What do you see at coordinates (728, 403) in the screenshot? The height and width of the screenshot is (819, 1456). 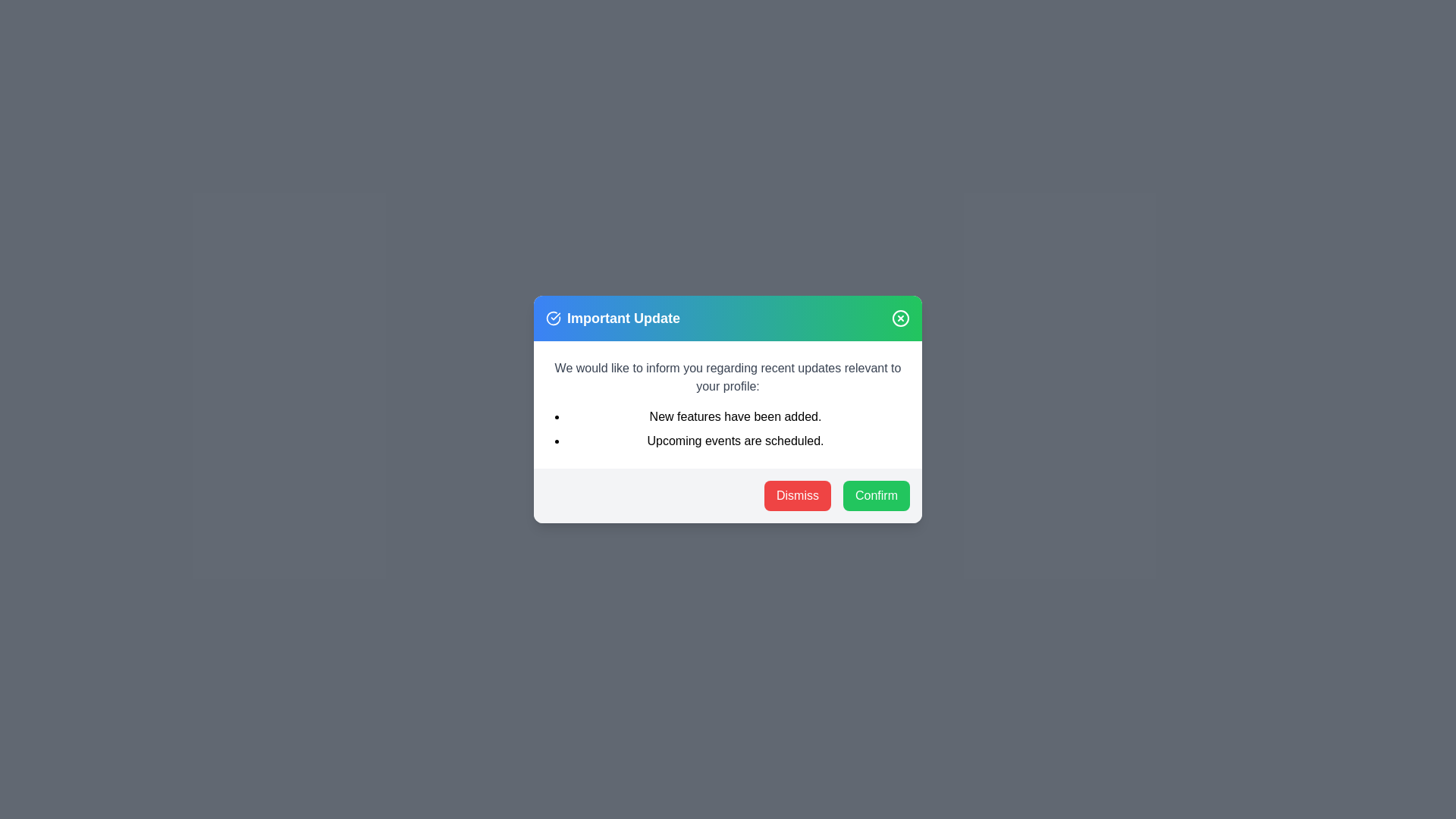 I see `the text area to read the update` at bounding box center [728, 403].